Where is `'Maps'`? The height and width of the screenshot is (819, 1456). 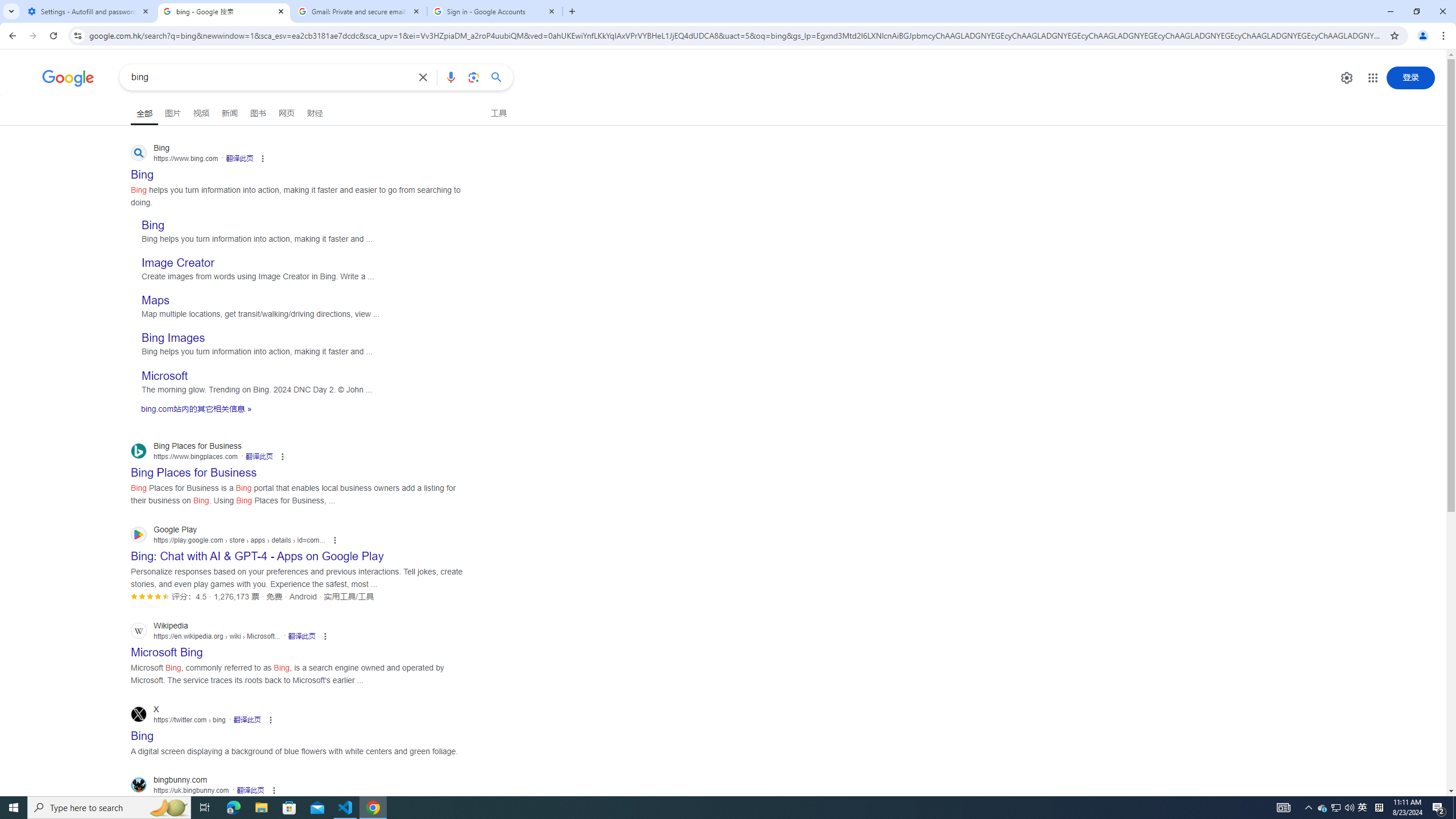 'Maps' is located at coordinates (155, 300).